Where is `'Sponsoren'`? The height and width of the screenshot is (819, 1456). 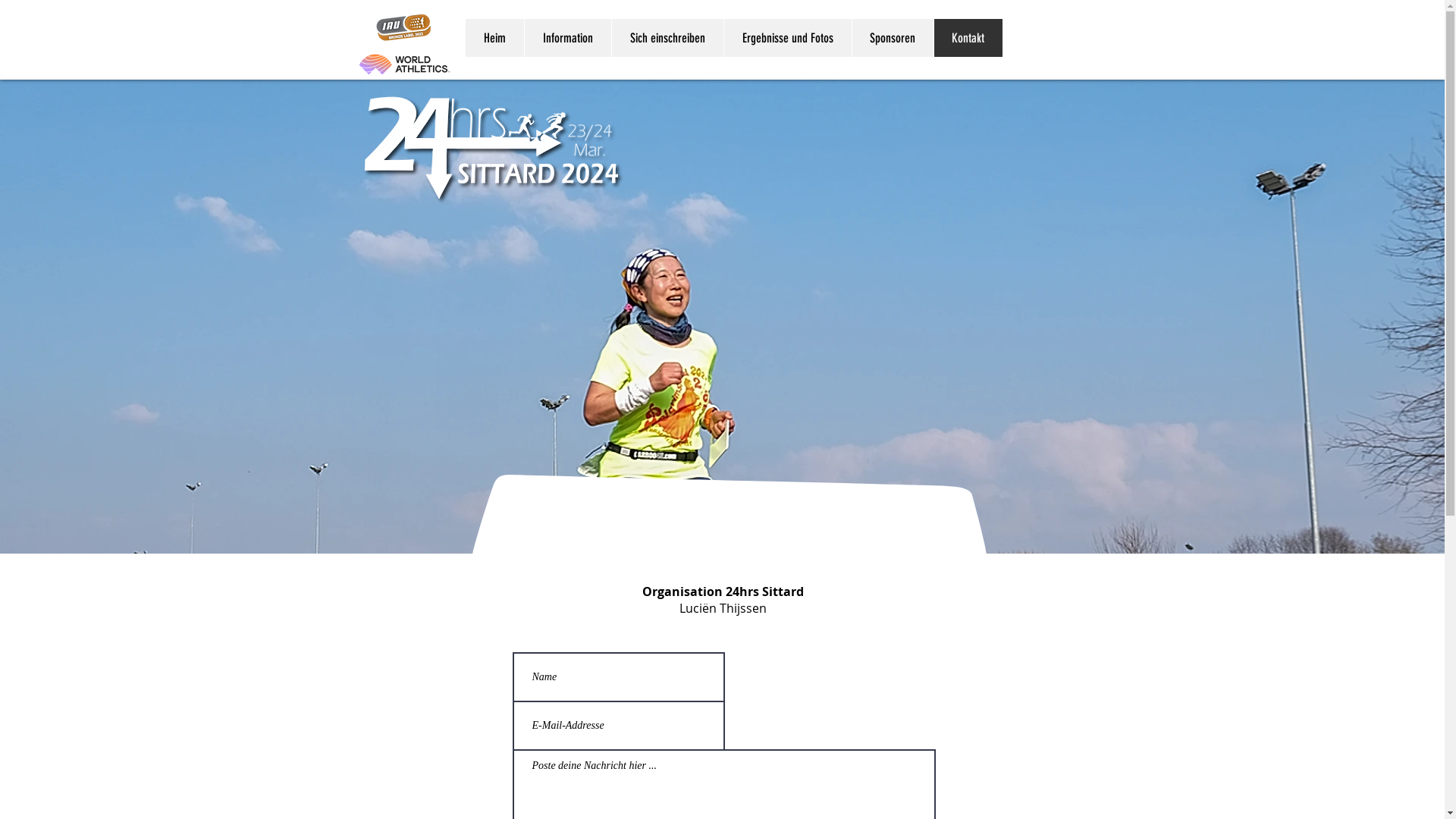
'Sponsoren' is located at coordinates (892, 37).